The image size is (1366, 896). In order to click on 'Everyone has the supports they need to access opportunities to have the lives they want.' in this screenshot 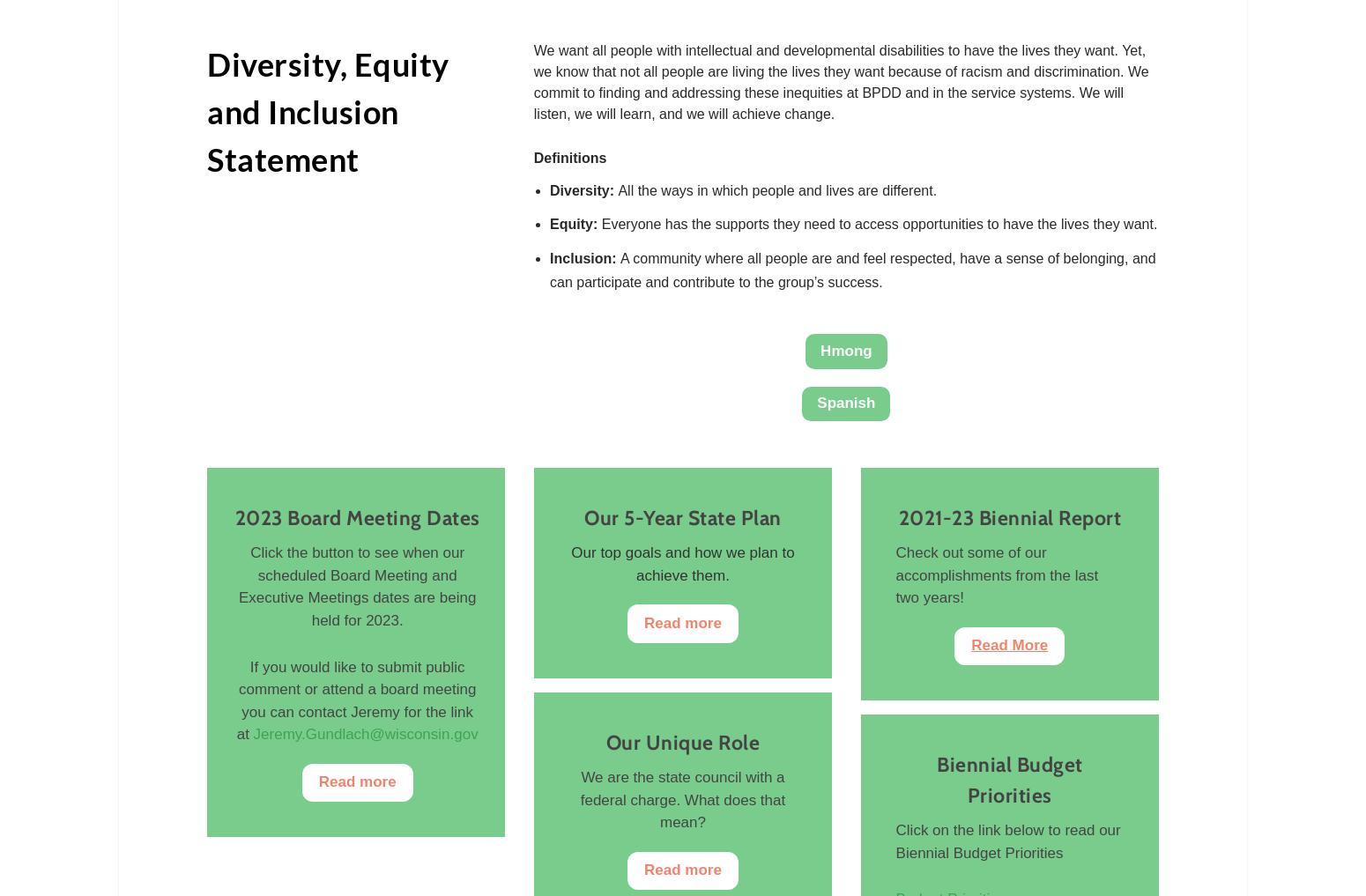, I will do `click(878, 223)`.